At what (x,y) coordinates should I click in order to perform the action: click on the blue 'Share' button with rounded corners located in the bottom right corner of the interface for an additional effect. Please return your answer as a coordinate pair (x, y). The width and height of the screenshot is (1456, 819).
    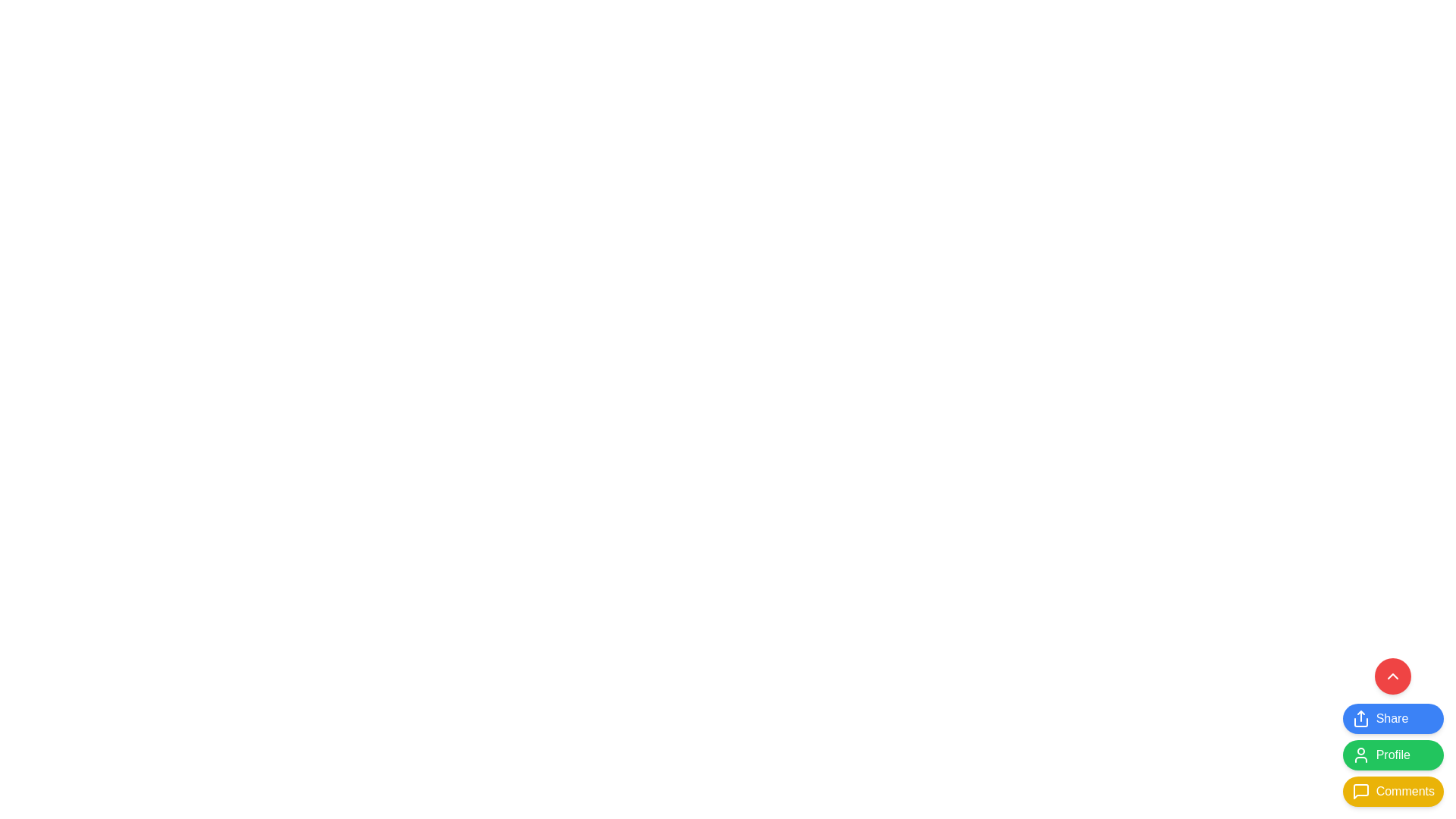
    Looking at the image, I should click on (1393, 718).